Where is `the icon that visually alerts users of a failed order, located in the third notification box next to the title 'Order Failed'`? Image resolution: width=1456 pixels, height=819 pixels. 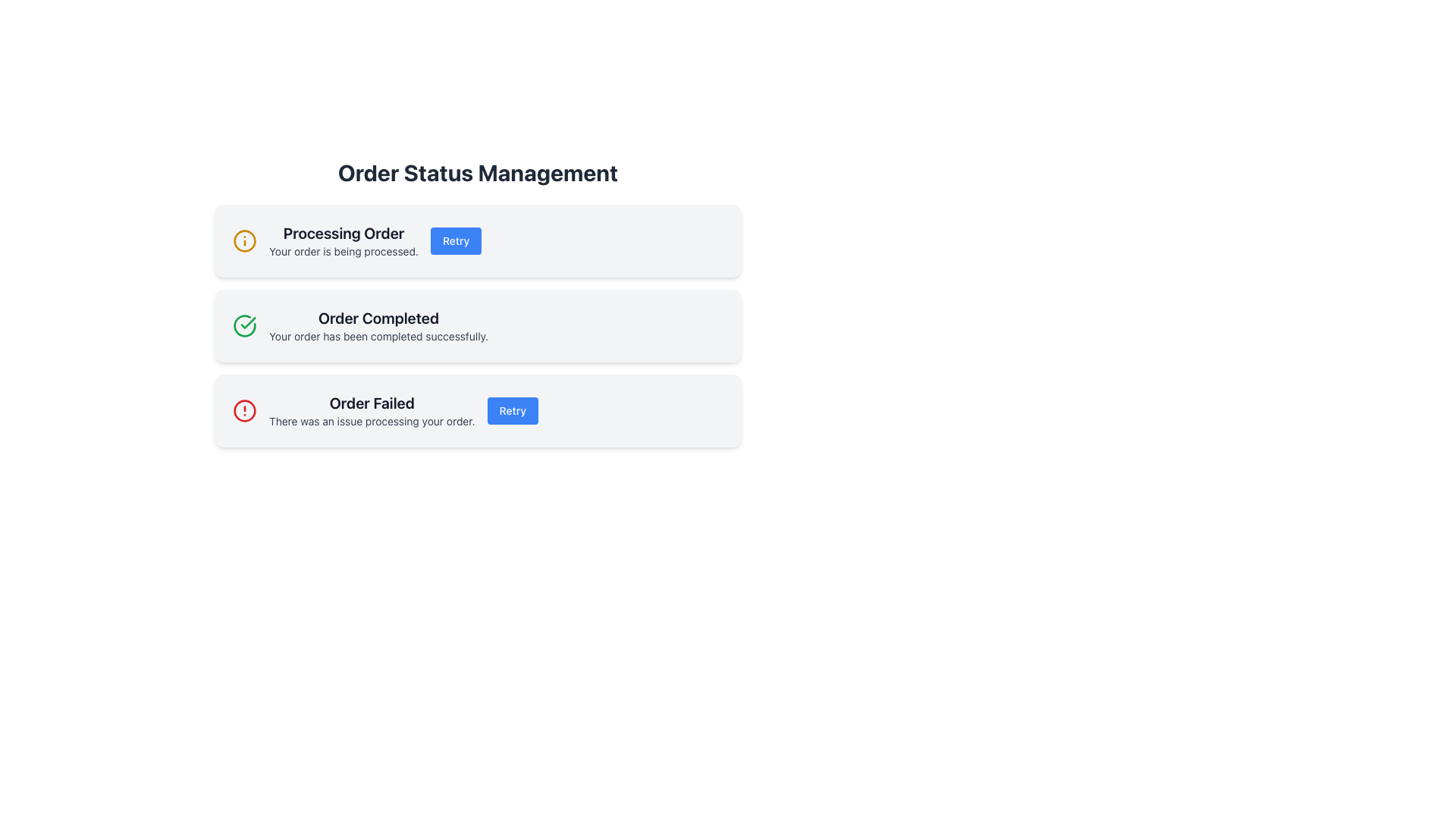 the icon that visually alerts users of a failed order, located in the third notification box next to the title 'Order Failed' is located at coordinates (244, 411).